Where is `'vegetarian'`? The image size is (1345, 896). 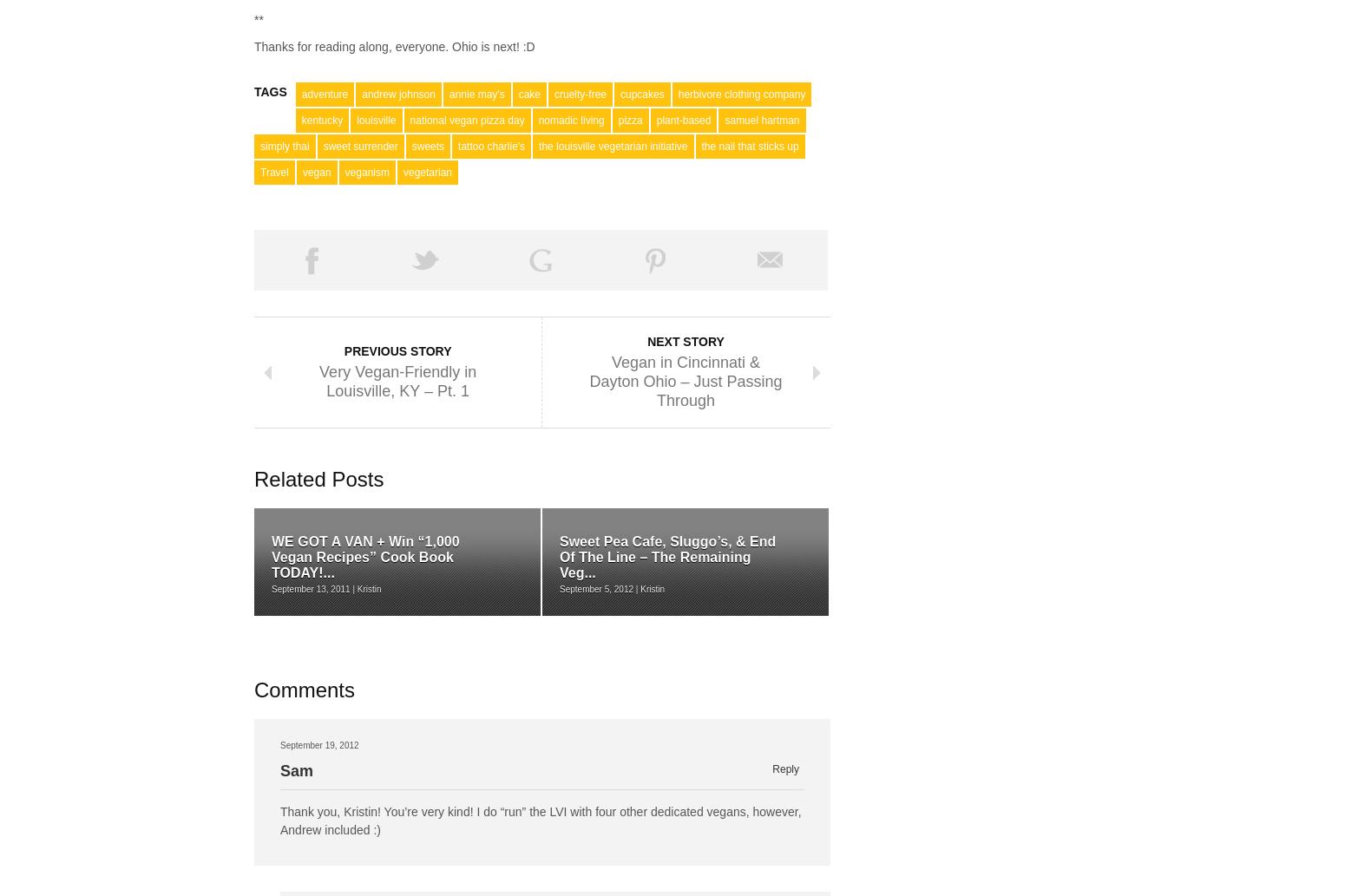 'vegetarian' is located at coordinates (426, 171).